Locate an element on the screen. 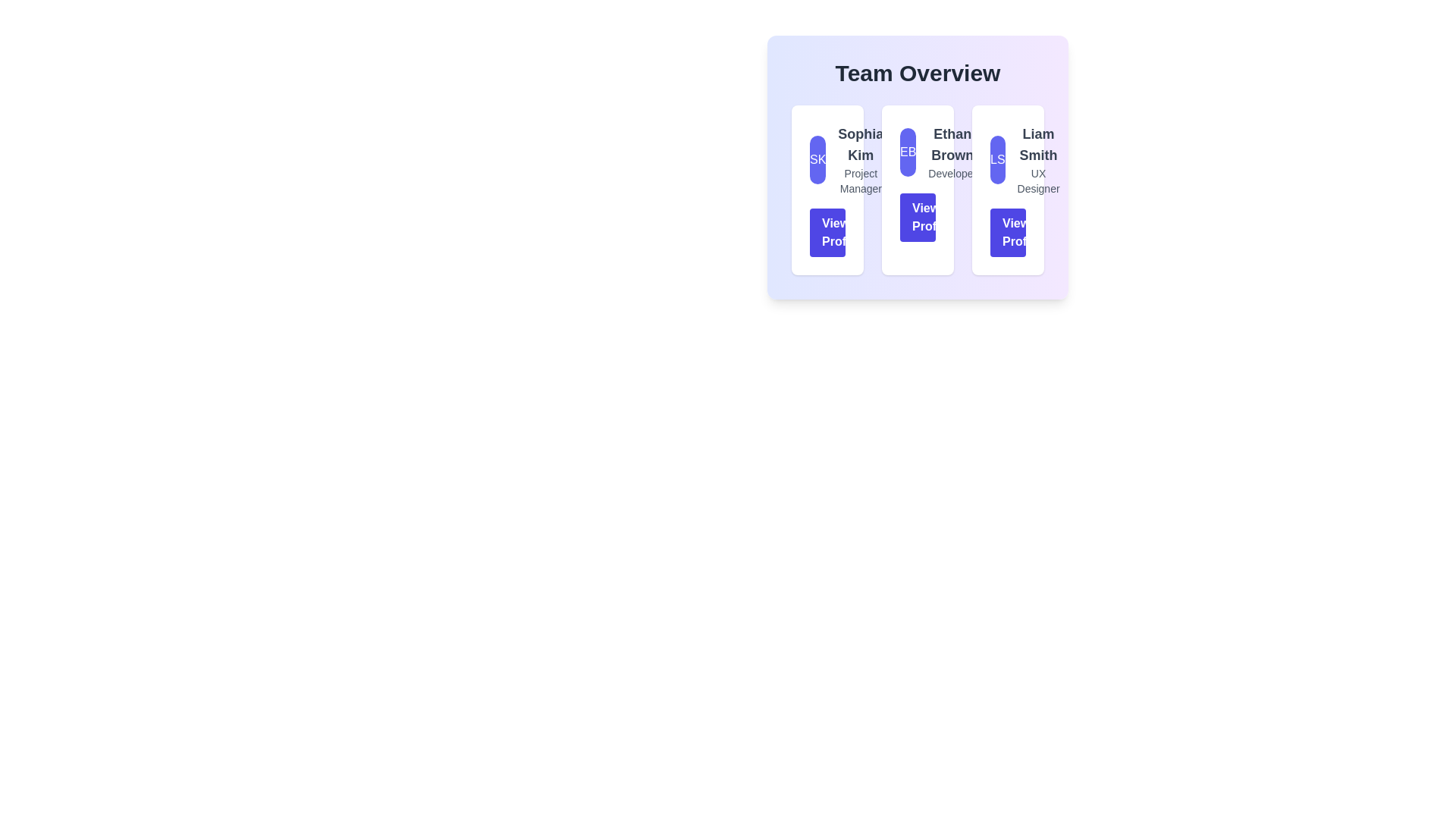 The height and width of the screenshot is (819, 1456). the text display containing 'Liam Smith' and 'UX Designer' within the third profile card is located at coordinates (1037, 160).